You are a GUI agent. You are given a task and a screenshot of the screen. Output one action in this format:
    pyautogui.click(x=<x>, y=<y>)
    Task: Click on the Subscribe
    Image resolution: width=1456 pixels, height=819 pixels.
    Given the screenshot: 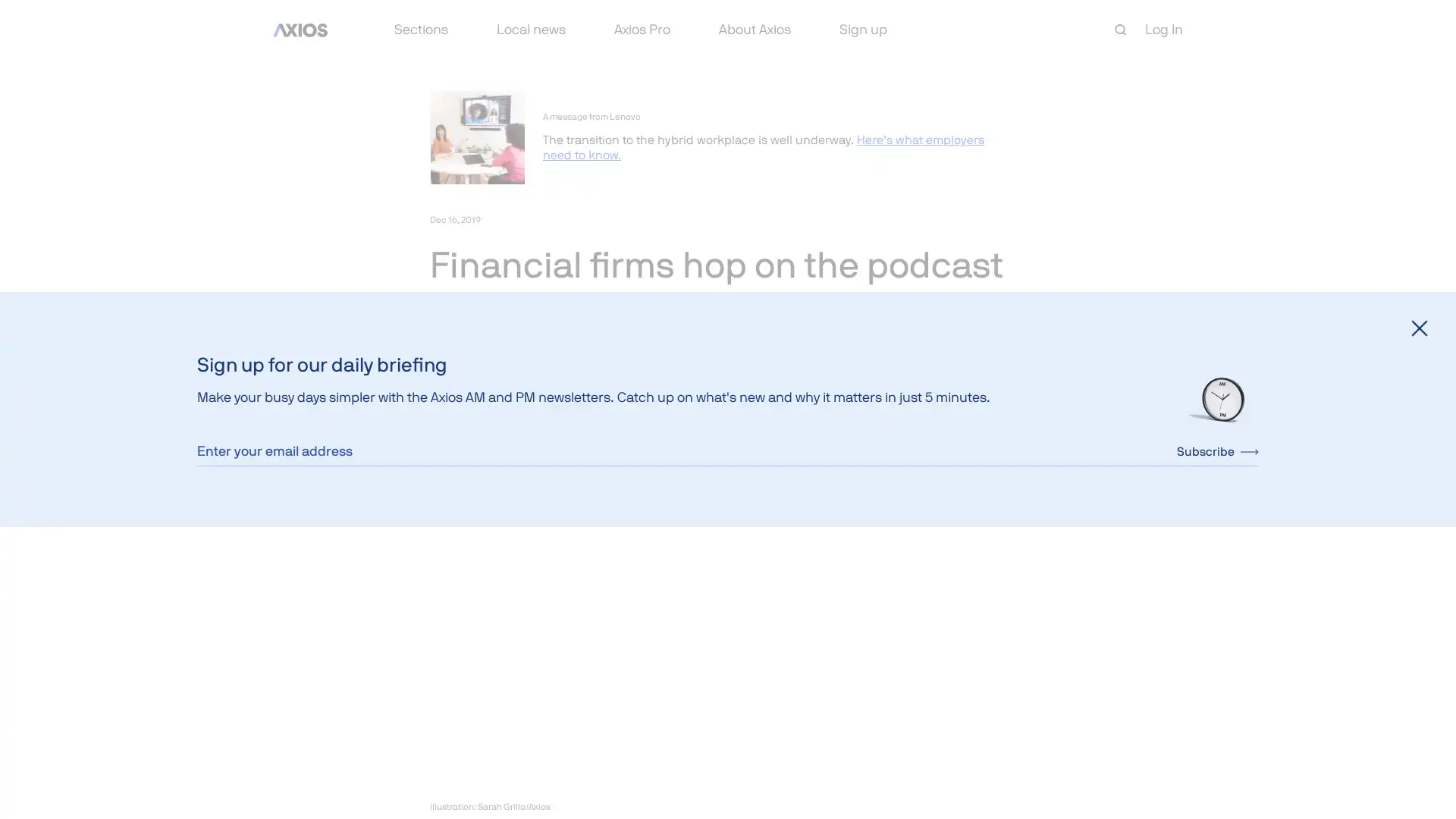 What is the action you would take?
    pyautogui.click(x=1218, y=450)
    